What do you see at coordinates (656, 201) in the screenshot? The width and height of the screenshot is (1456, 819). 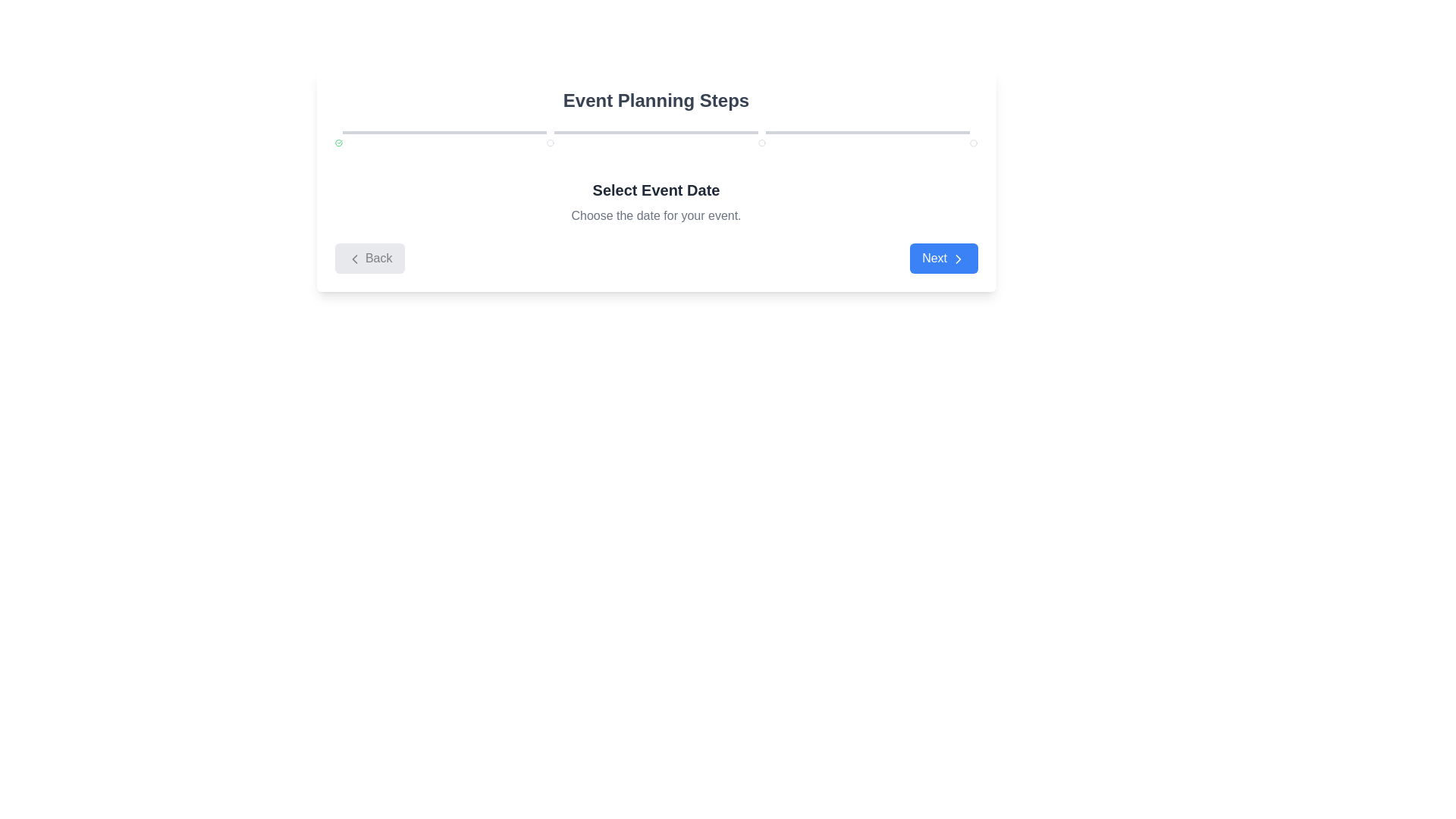 I see `information displayed in the text block titled 'Select Event Date' which instructs to 'Choose the date for your event.'` at bounding box center [656, 201].